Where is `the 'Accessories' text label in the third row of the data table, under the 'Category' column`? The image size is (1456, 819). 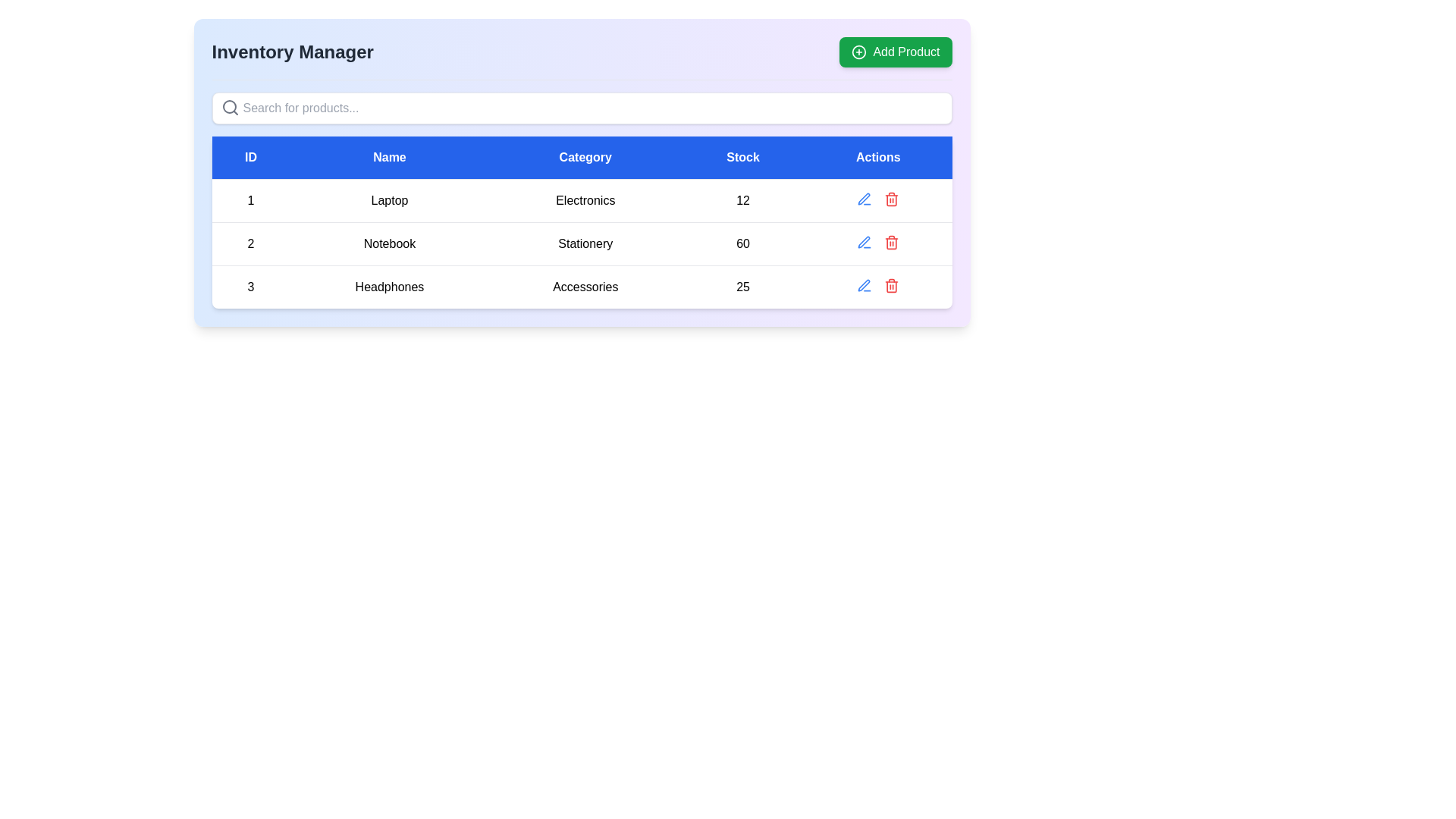 the 'Accessories' text label in the third row of the data table, under the 'Category' column is located at coordinates (585, 287).